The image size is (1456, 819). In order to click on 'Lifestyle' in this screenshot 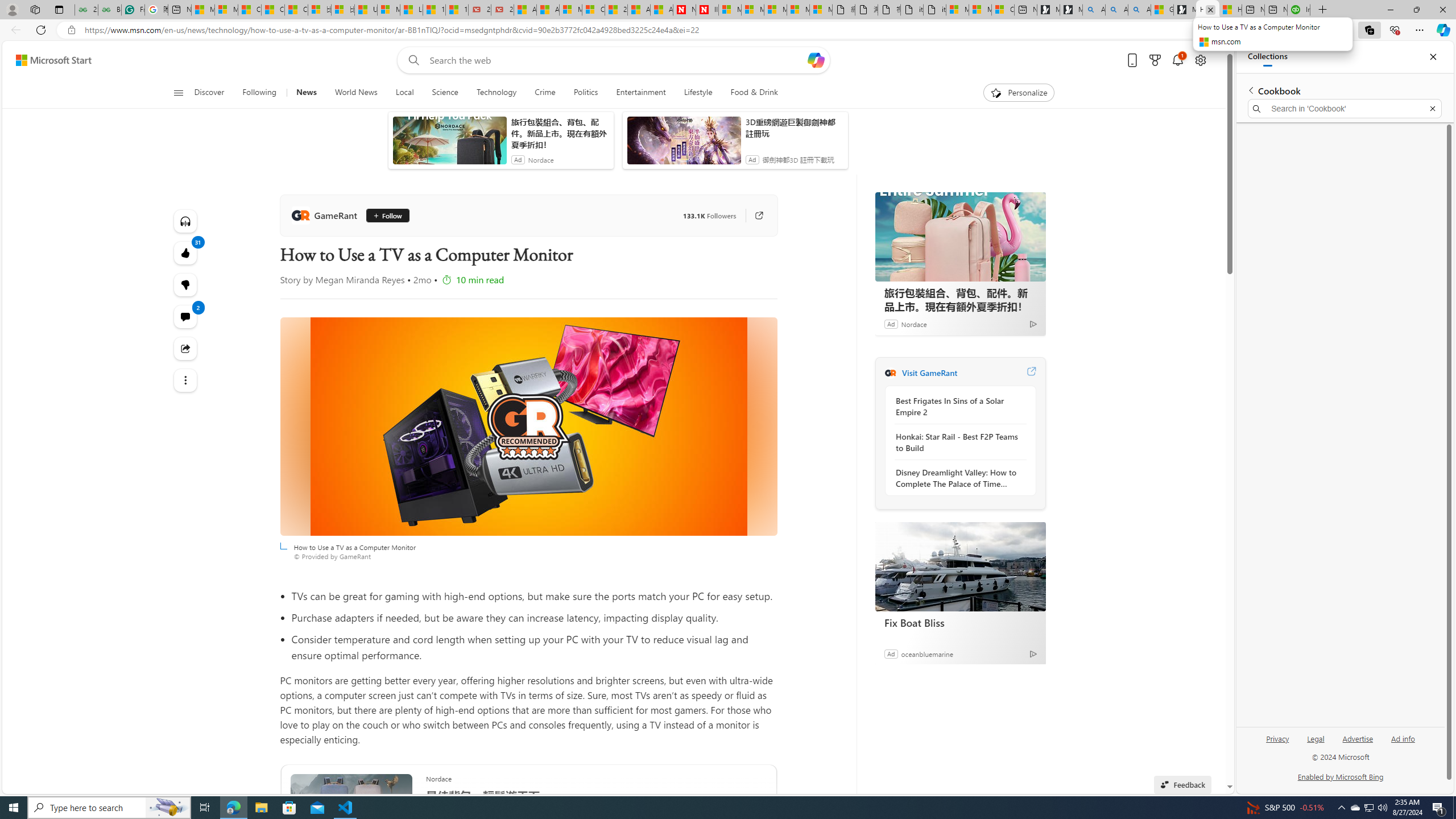, I will do `click(698, 92)`.